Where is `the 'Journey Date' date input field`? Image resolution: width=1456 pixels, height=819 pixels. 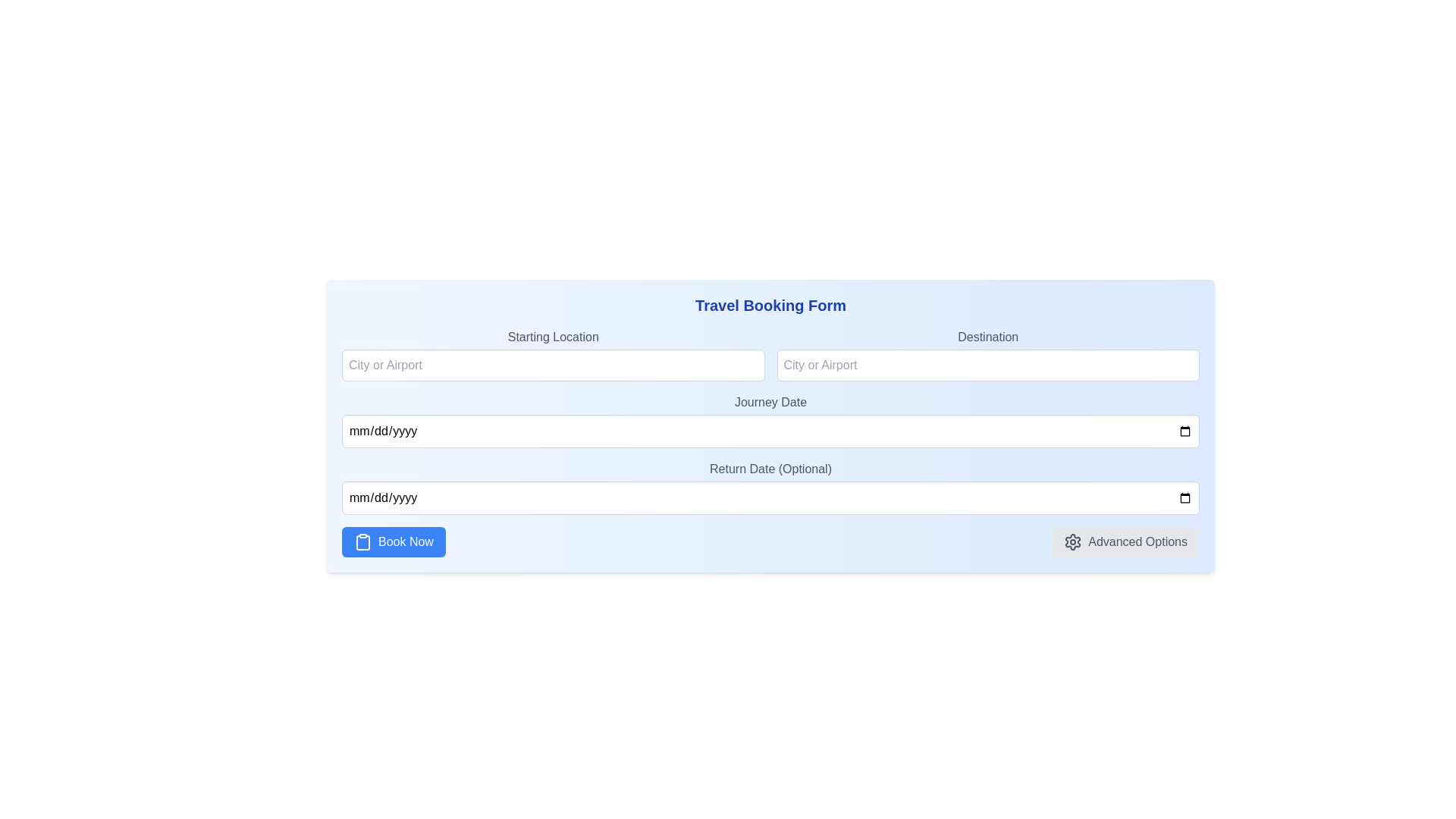 the 'Journey Date' date input field is located at coordinates (770, 421).